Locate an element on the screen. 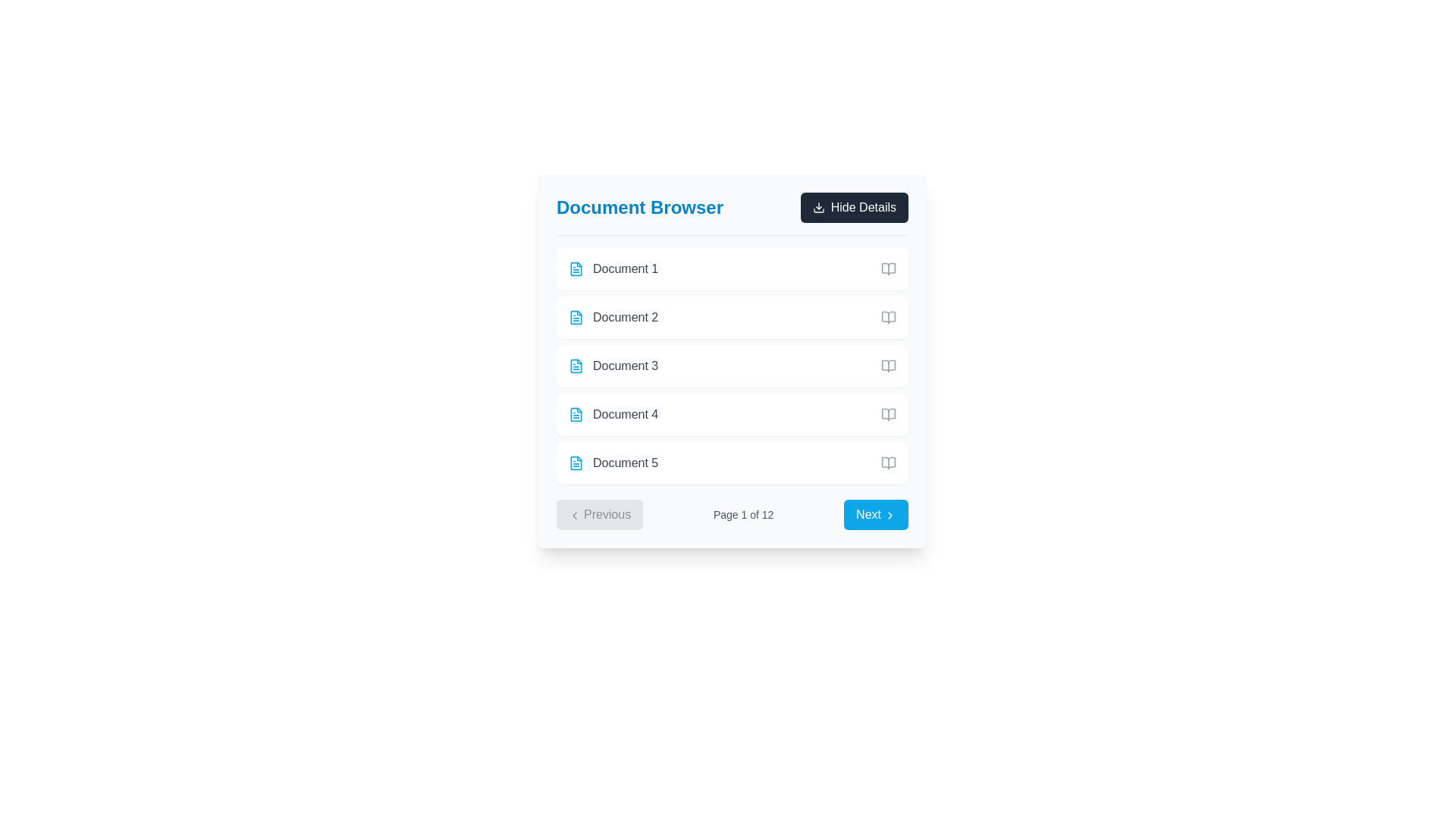 The image size is (1456, 819). the blue 'Next' button with white text and a right-pointing chevron icon to observe the hover effect is located at coordinates (876, 513).